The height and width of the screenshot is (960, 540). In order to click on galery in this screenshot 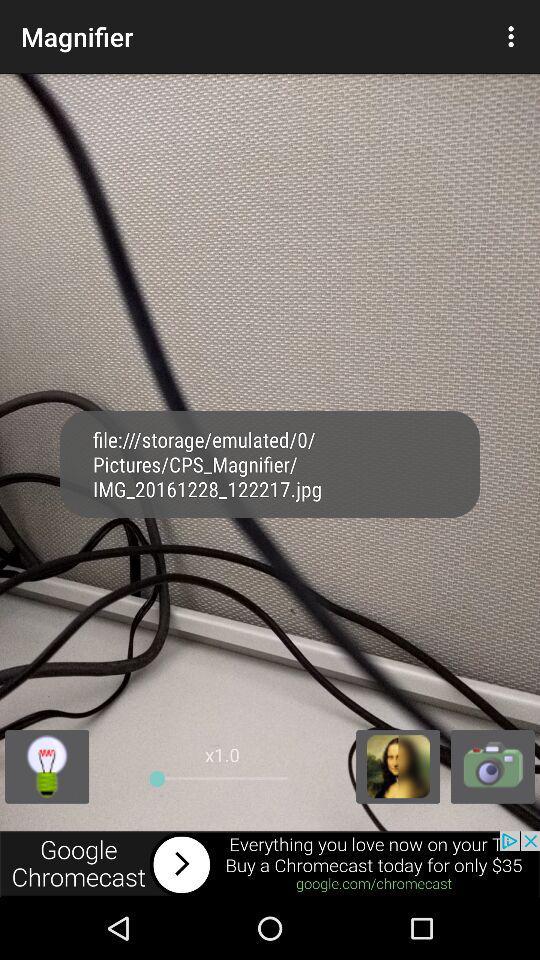, I will do `click(398, 765)`.